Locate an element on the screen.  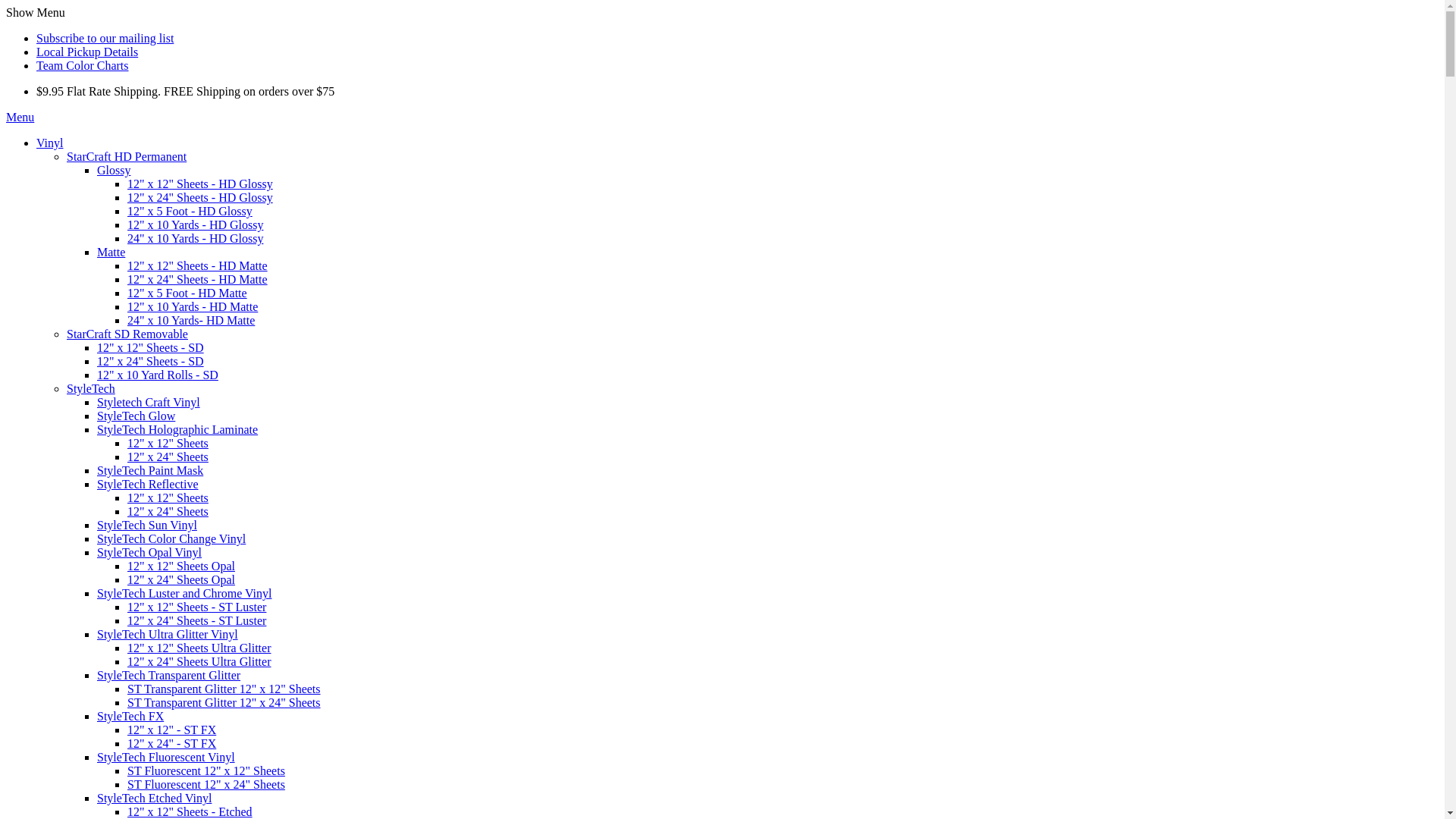
'12" x 12" Sheets' is located at coordinates (168, 443).